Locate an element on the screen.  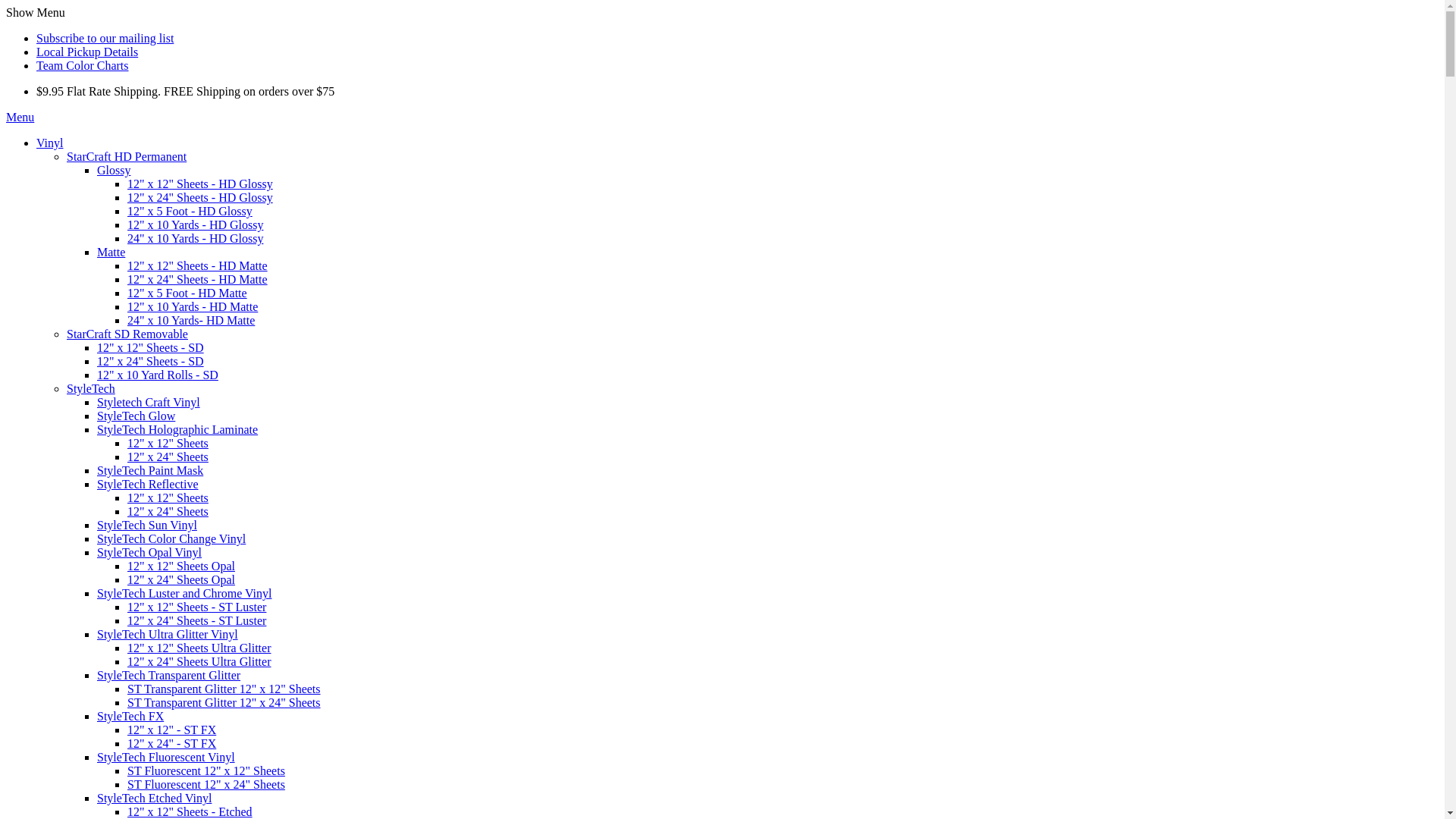
'12" x 12" Sheets' is located at coordinates (168, 443).